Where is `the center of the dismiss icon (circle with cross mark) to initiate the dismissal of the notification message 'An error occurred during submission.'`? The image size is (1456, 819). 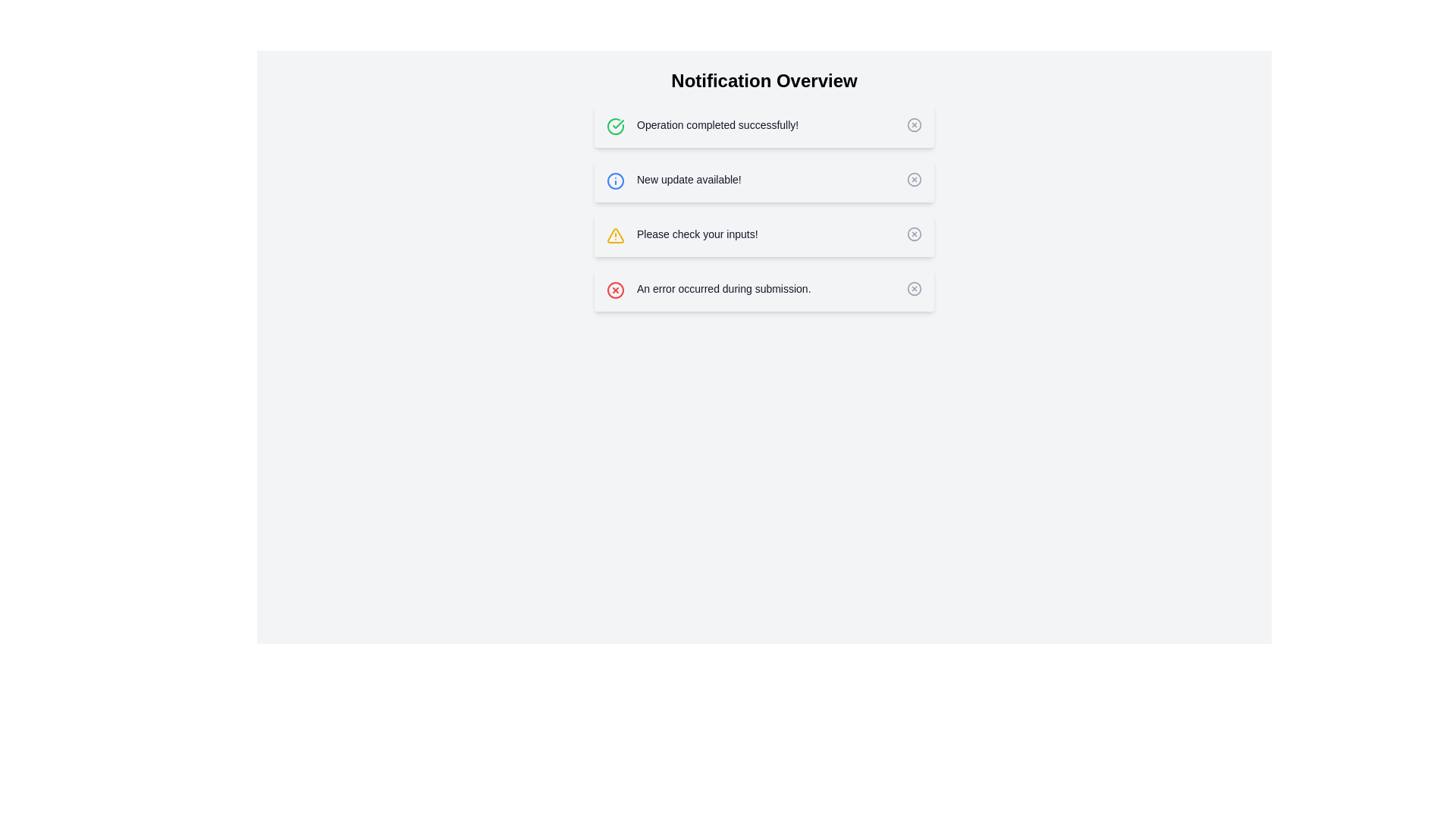
the center of the dismiss icon (circle with cross mark) to initiate the dismissal of the notification message 'An error occurred during submission.' is located at coordinates (615, 290).